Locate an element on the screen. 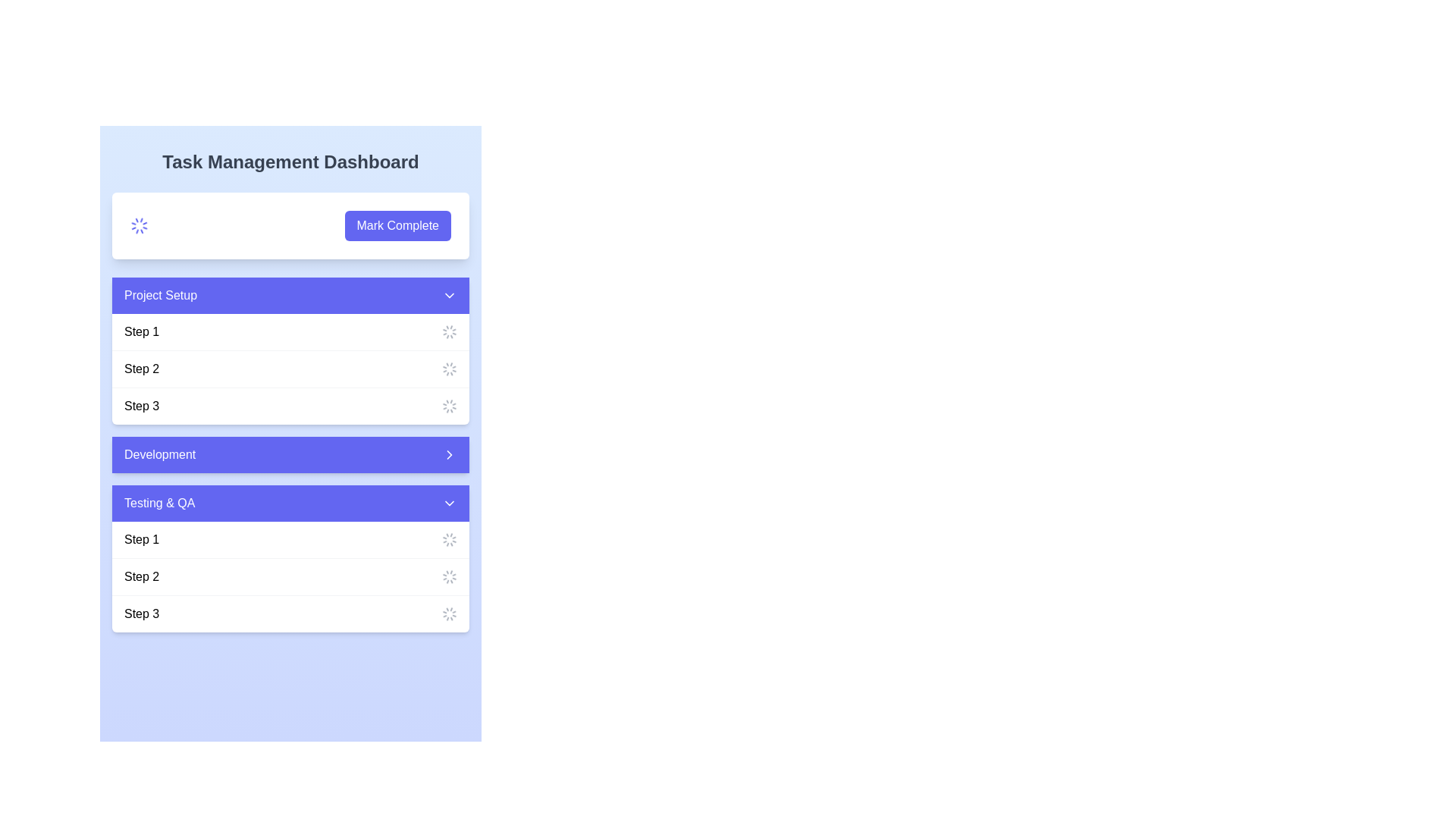  the rotating loader icon located at the far right end of the row labeled 'Step 1' in the 'Project Setup' section is located at coordinates (449, 331).